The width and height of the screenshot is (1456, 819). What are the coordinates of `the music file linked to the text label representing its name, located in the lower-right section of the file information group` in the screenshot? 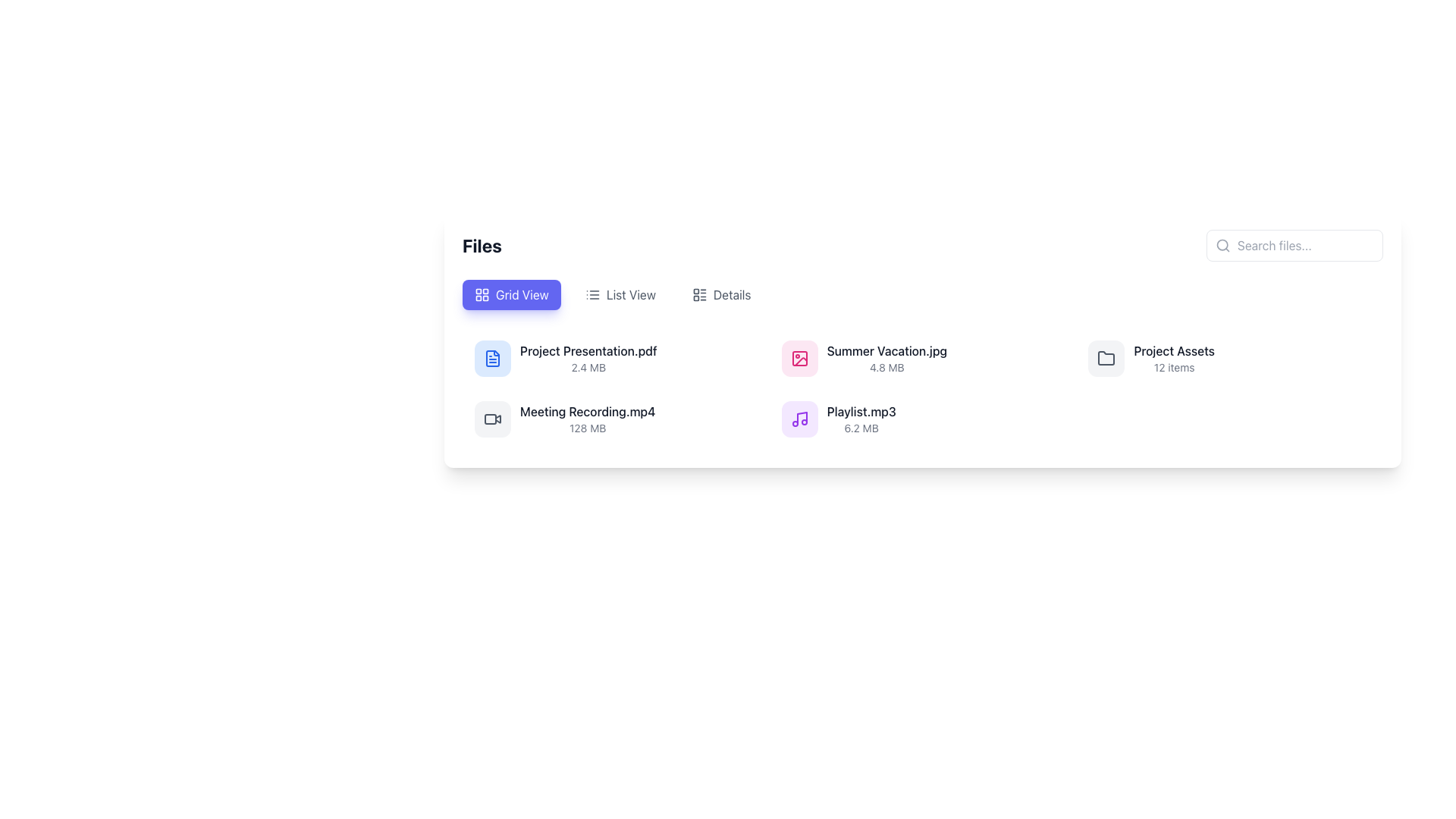 It's located at (861, 412).